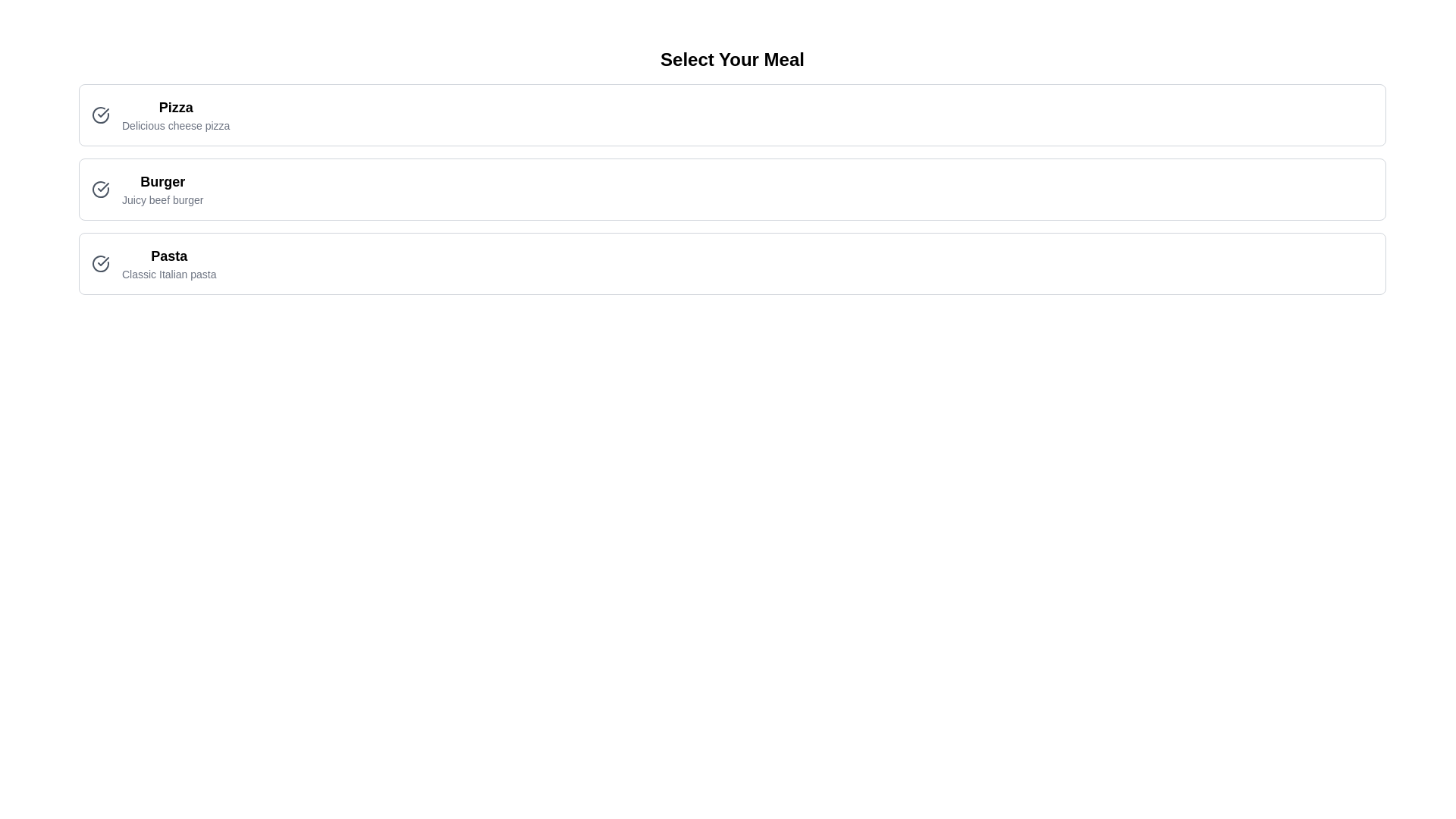 This screenshot has height=819, width=1456. I want to click on the Text Label Group displaying 'Pizza' and its description, so click(176, 114).